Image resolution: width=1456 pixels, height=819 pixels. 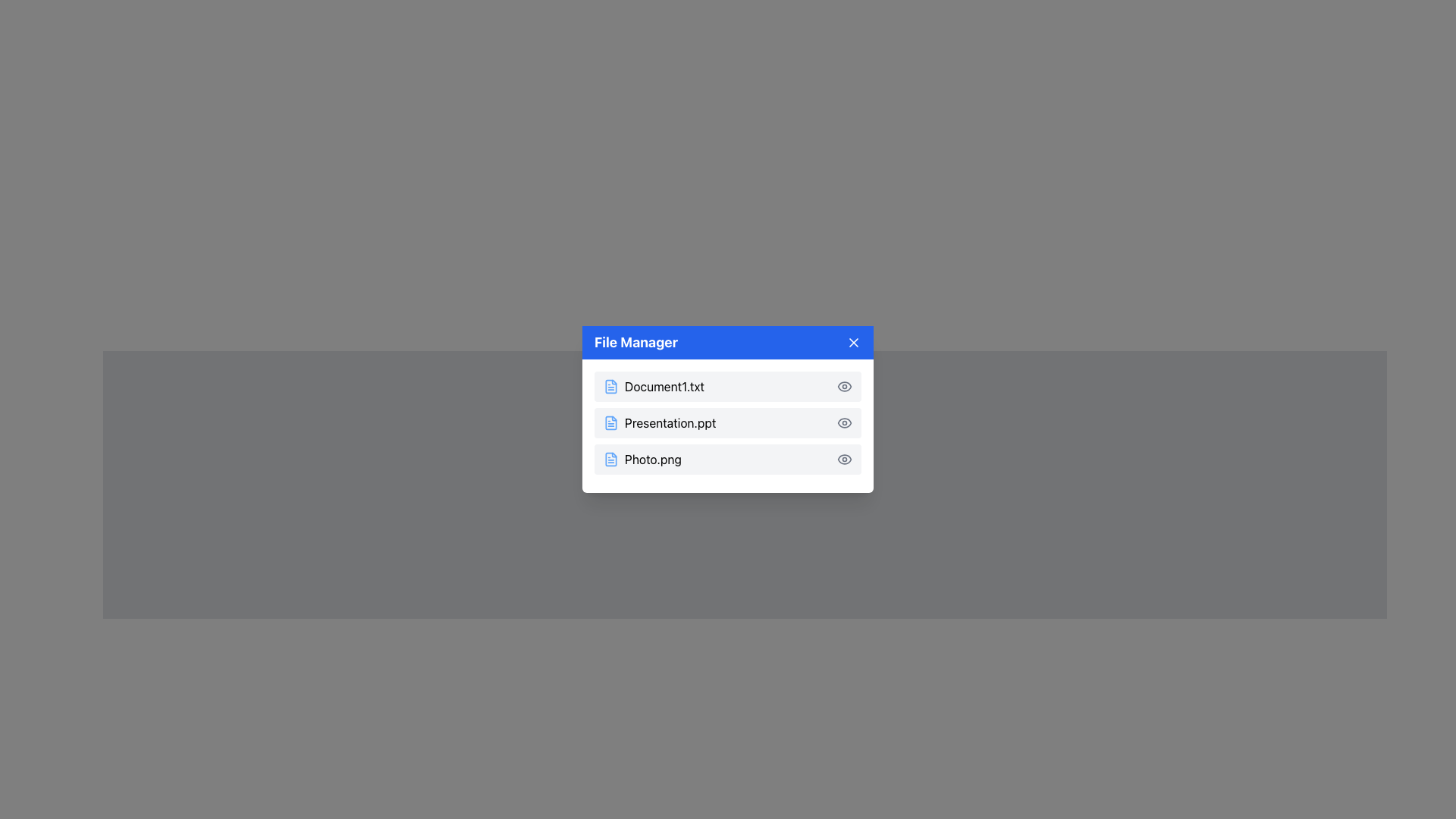 I want to click on the file type icon representing 'Document1.txt', located to the left of the text in the file manager dialog box, so click(x=611, y=385).